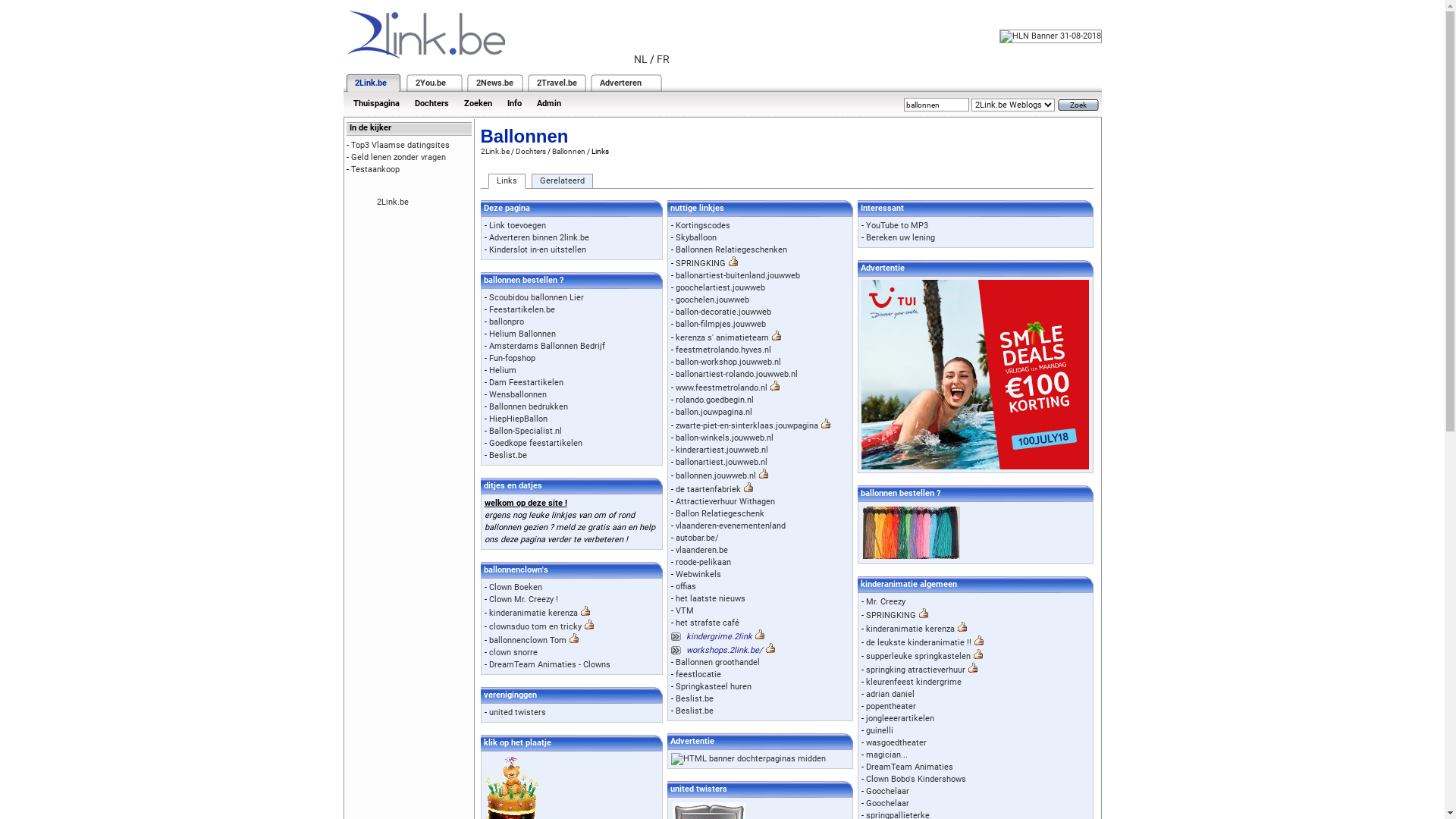  I want to click on 'Bereken uw lening', so click(900, 237).